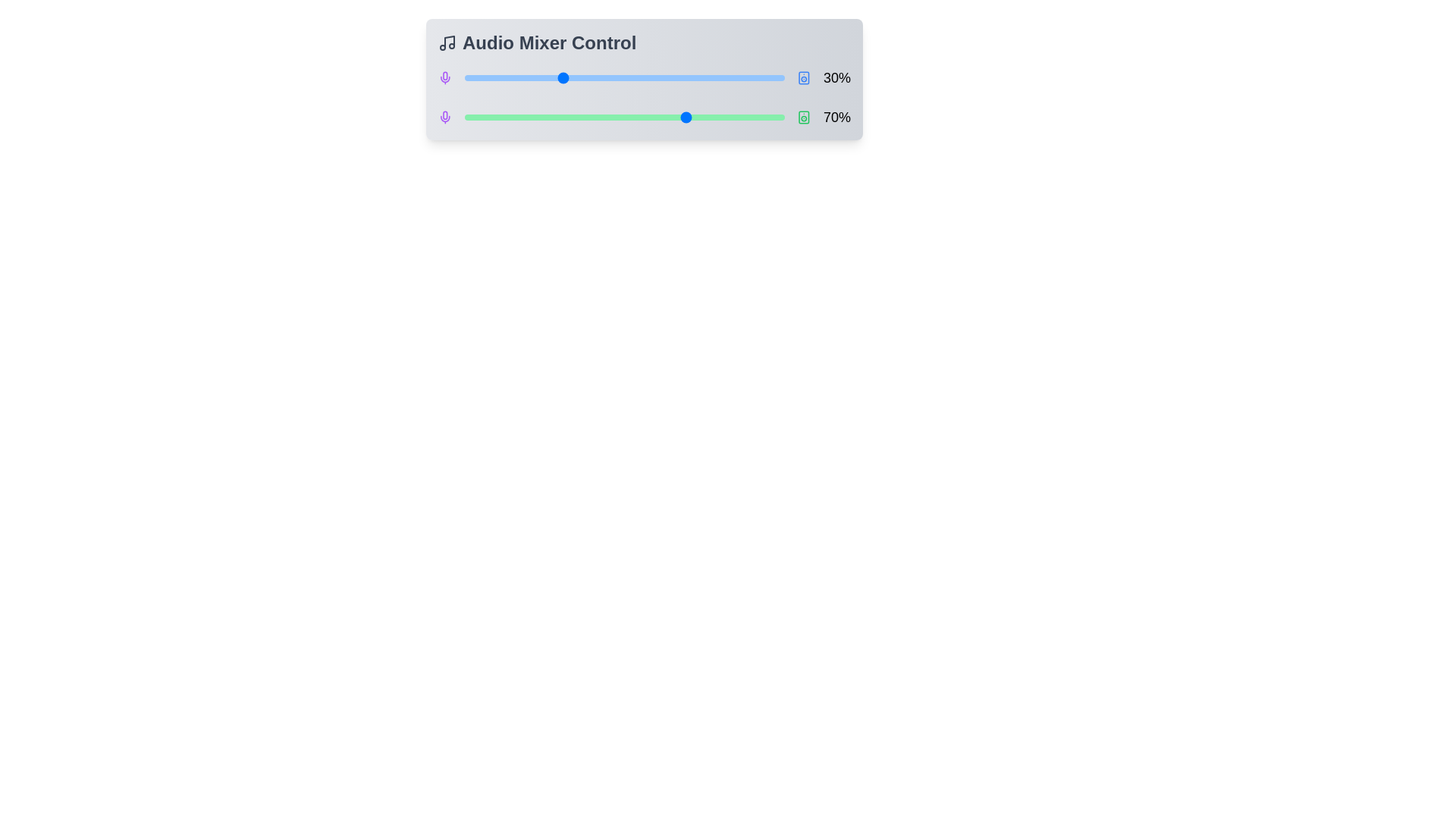 The height and width of the screenshot is (819, 1456). I want to click on the green speaker icon styled as an SVG element located to the right of the '70%' text in the second row of the slider bar section, so click(803, 116).